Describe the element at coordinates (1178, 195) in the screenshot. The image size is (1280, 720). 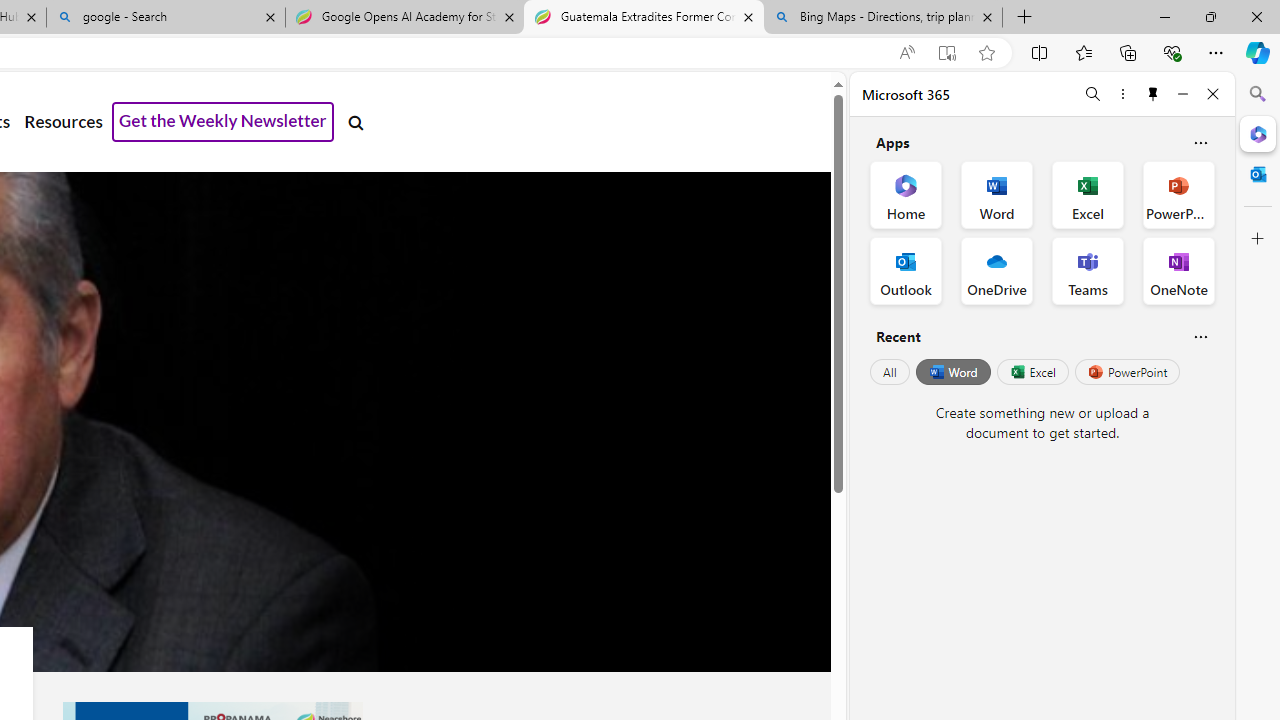
I see `'PowerPoint Office App'` at that location.